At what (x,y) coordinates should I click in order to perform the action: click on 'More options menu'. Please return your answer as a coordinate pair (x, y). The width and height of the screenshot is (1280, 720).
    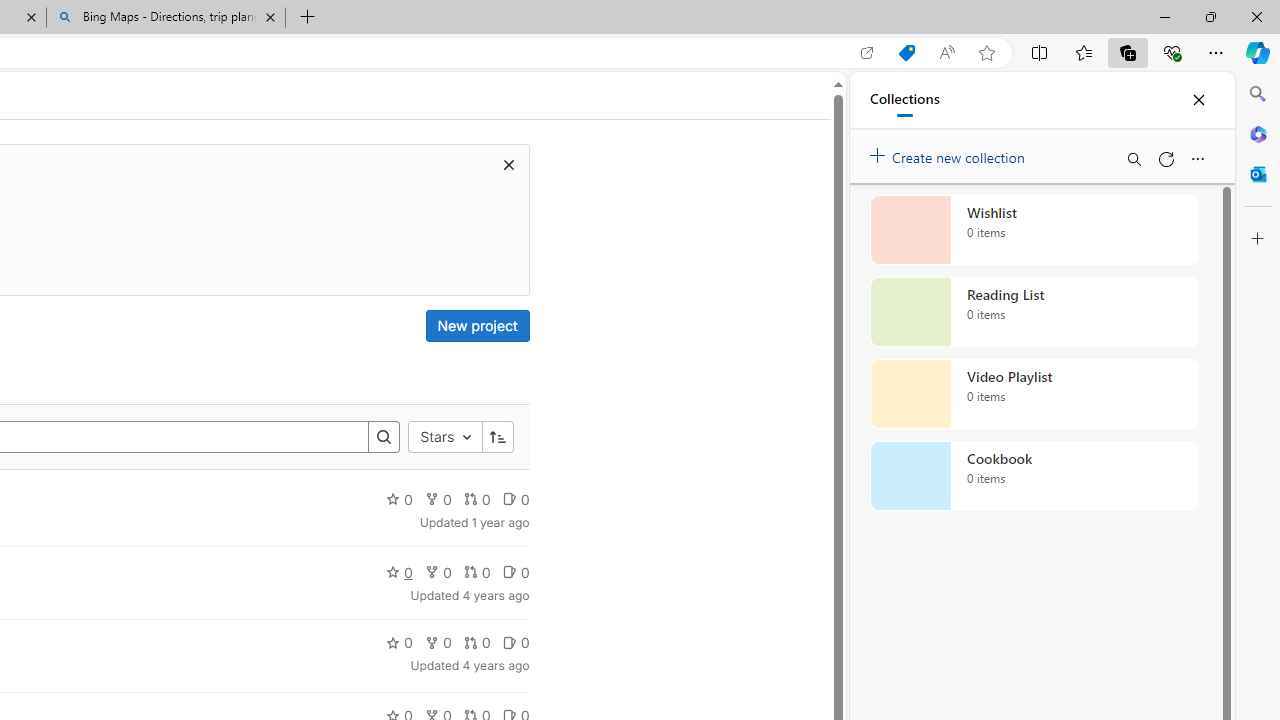
    Looking at the image, I should click on (1197, 158).